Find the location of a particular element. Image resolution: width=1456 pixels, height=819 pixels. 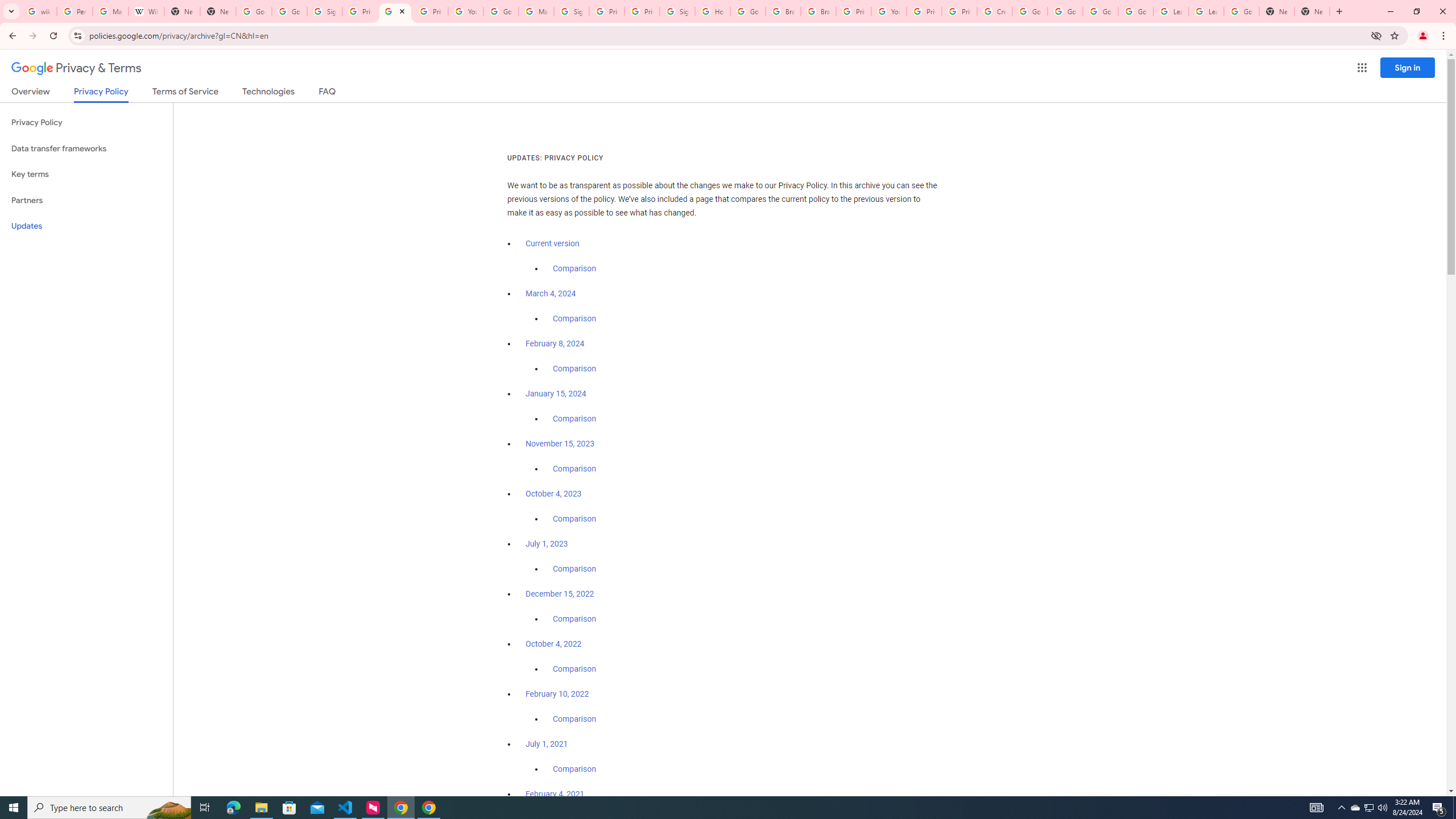

'Brand Resource Center' is located at coordinates (818, 11).